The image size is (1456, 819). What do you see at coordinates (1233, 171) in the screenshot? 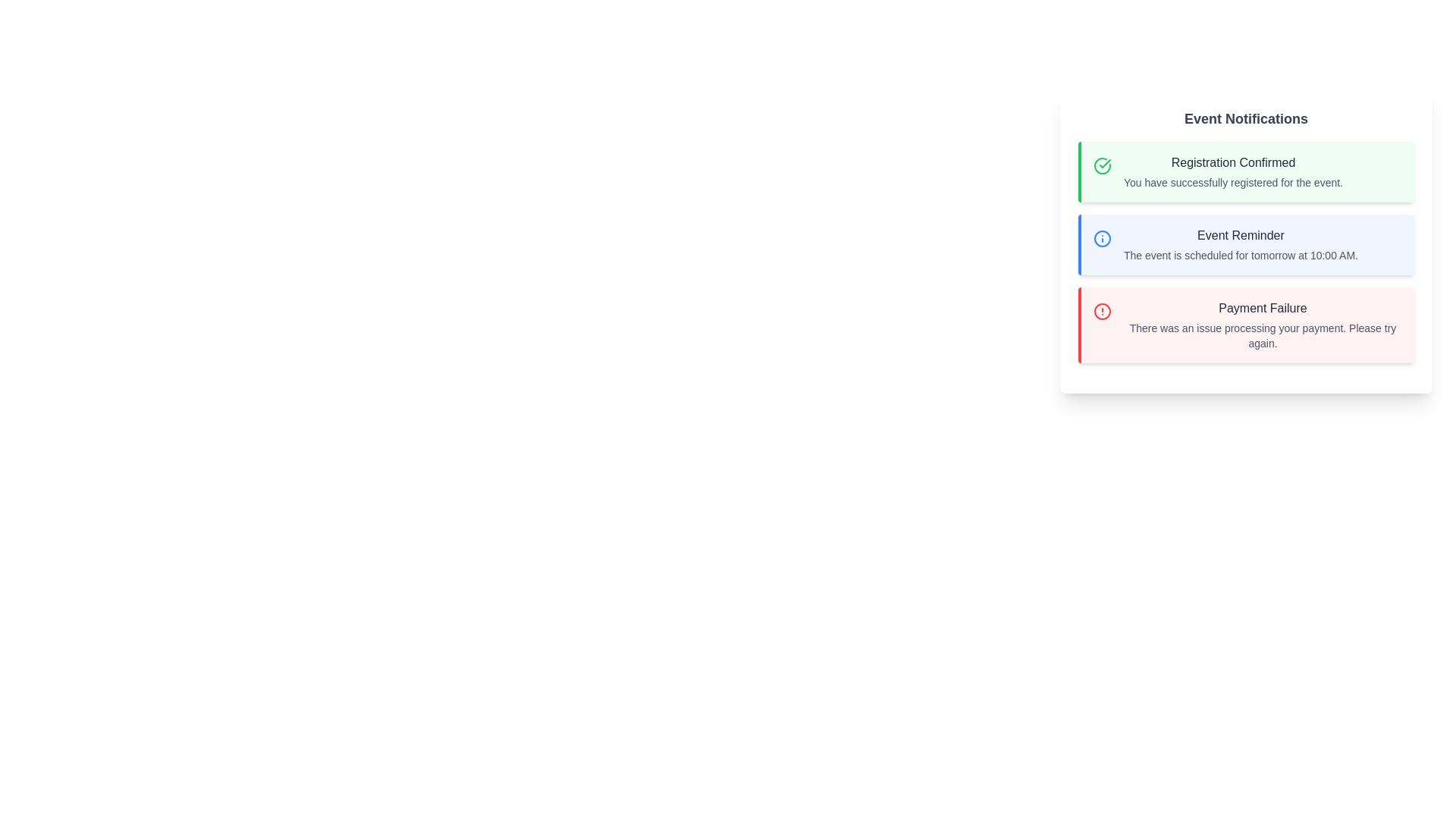
I see `the text content block that displays the message about successful registration for an event, located in the green notification box at the top of the 'Event Notifications' section` at bounding box center [1233, 171].